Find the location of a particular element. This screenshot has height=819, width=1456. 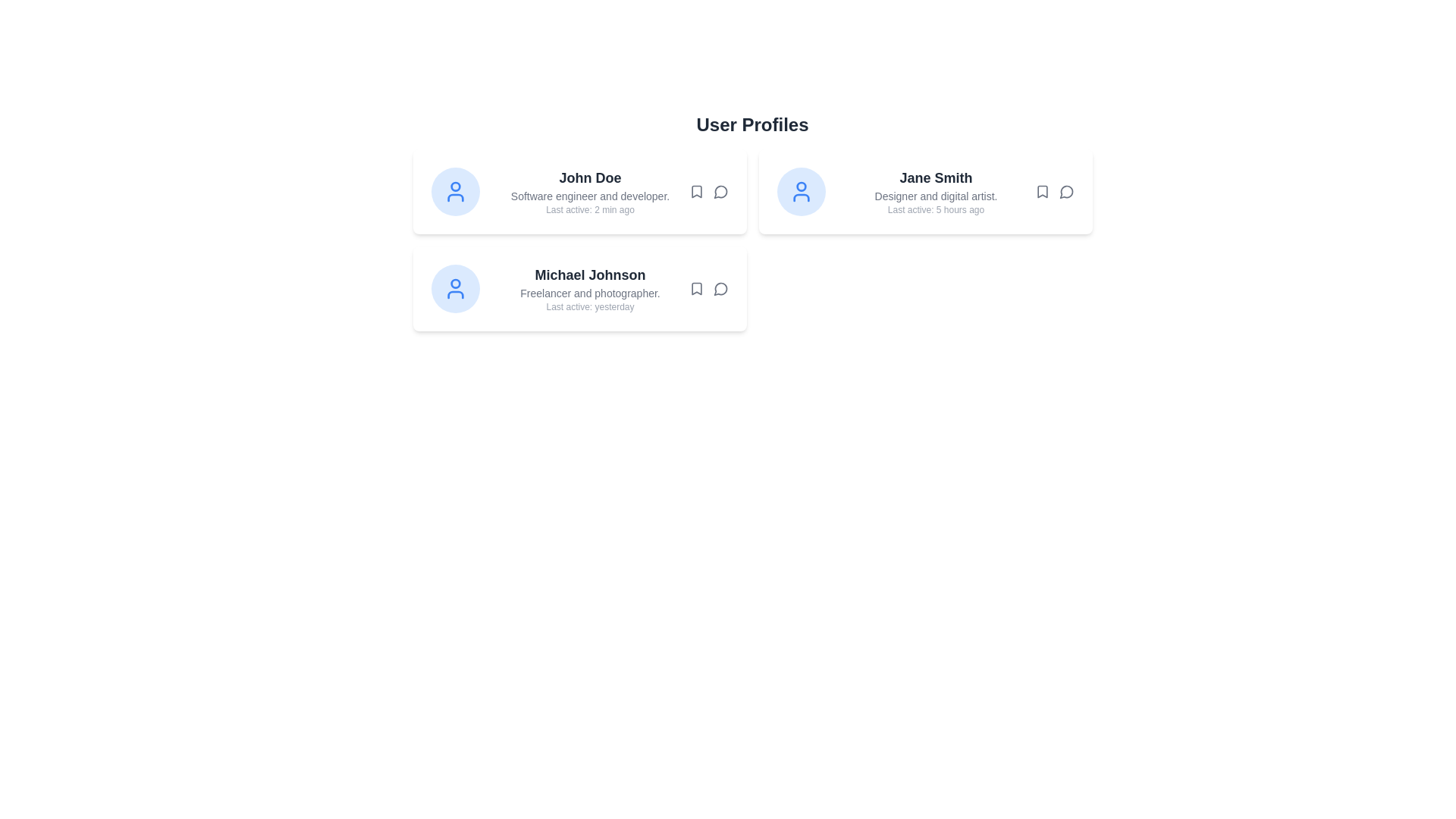

the Decorative icon located in the upper-left corner of the profile card for 'John Doe', which serves as a visual representation of the user profile is located at coordinates (454, 191).